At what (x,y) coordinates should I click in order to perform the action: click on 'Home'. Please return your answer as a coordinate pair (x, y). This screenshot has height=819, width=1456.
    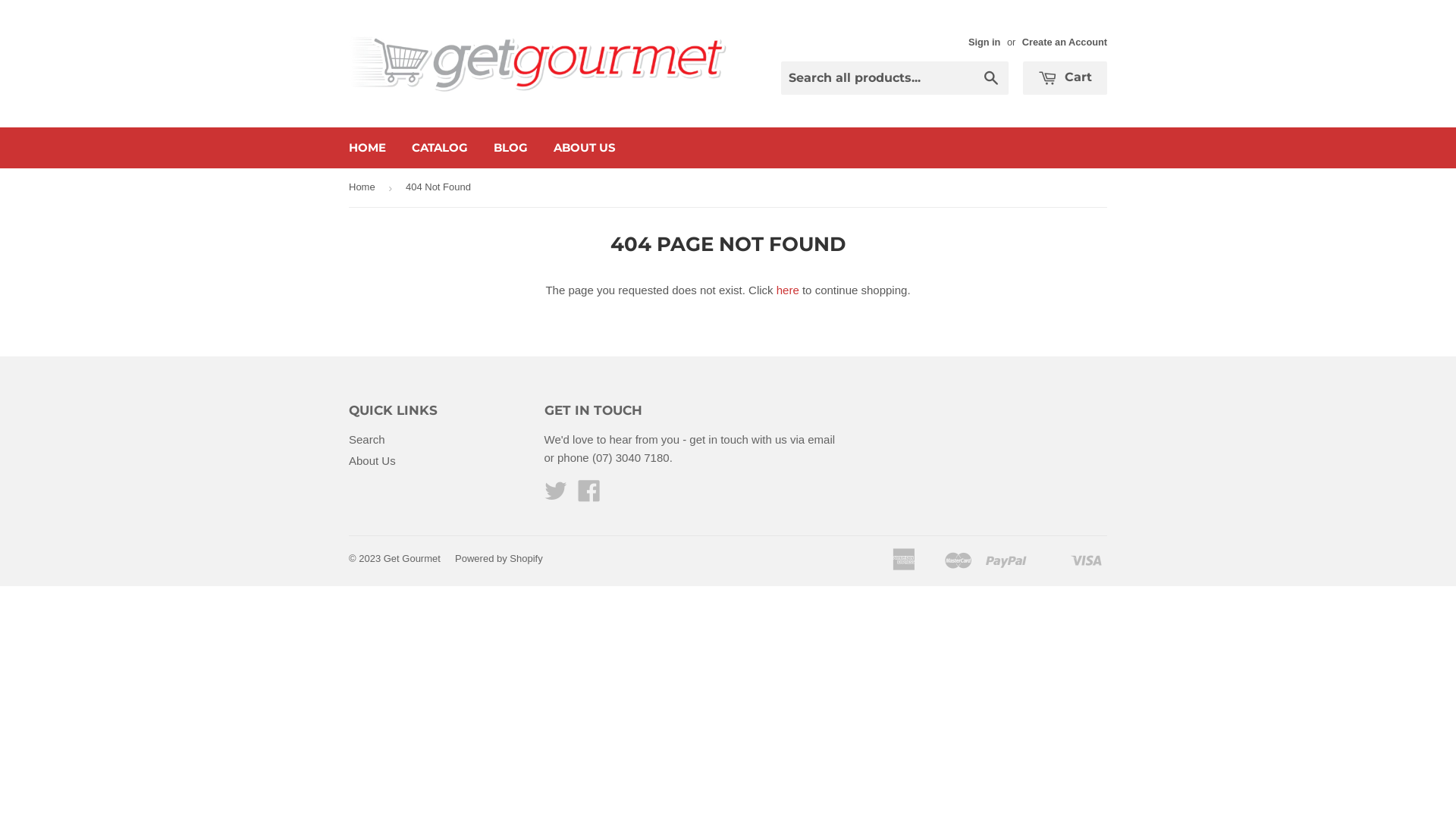
    Looking at the image, I should click on (364, 187).